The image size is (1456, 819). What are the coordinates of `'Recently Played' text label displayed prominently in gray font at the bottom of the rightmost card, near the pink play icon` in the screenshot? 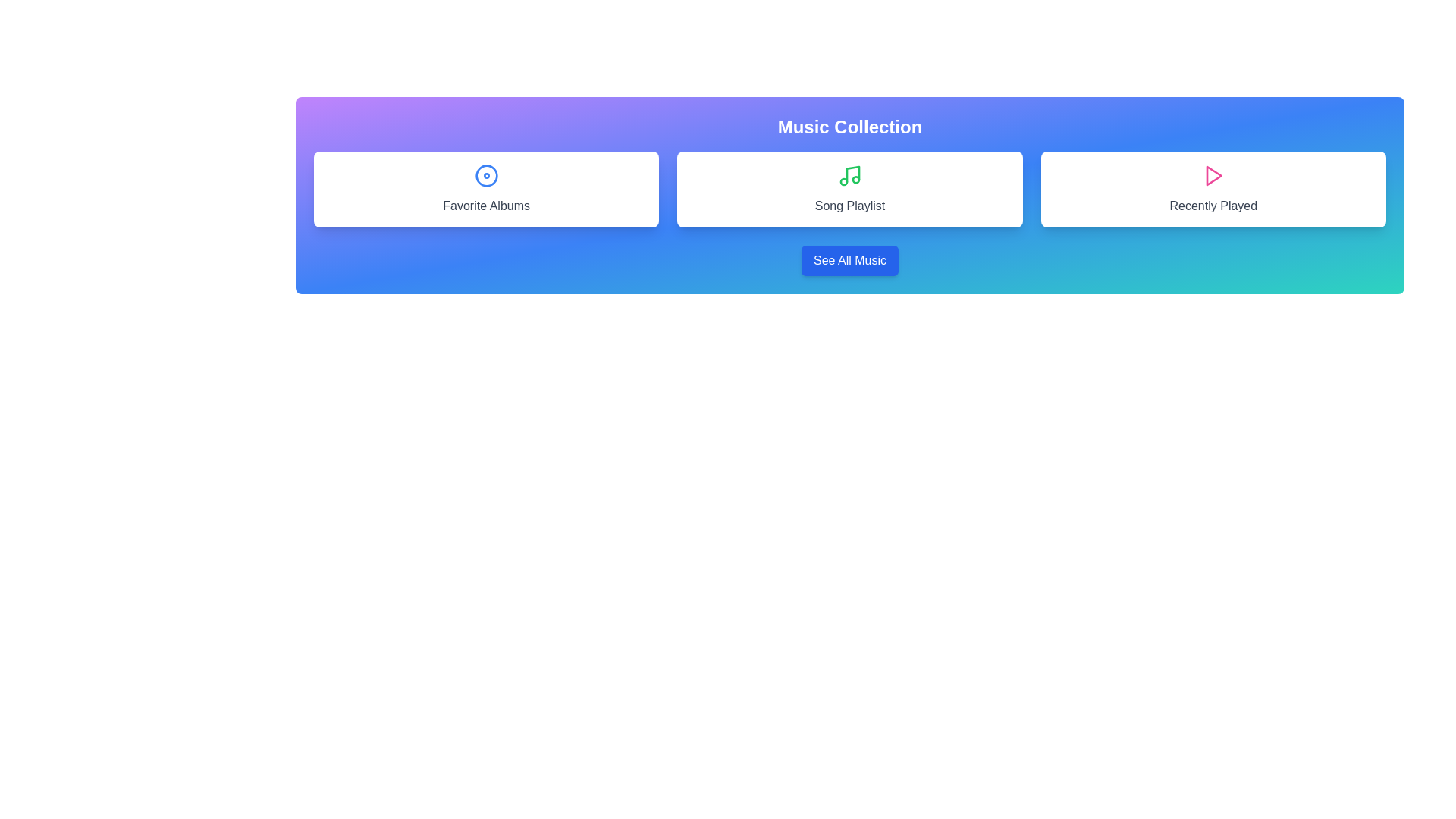 It's located at (1213, 206).